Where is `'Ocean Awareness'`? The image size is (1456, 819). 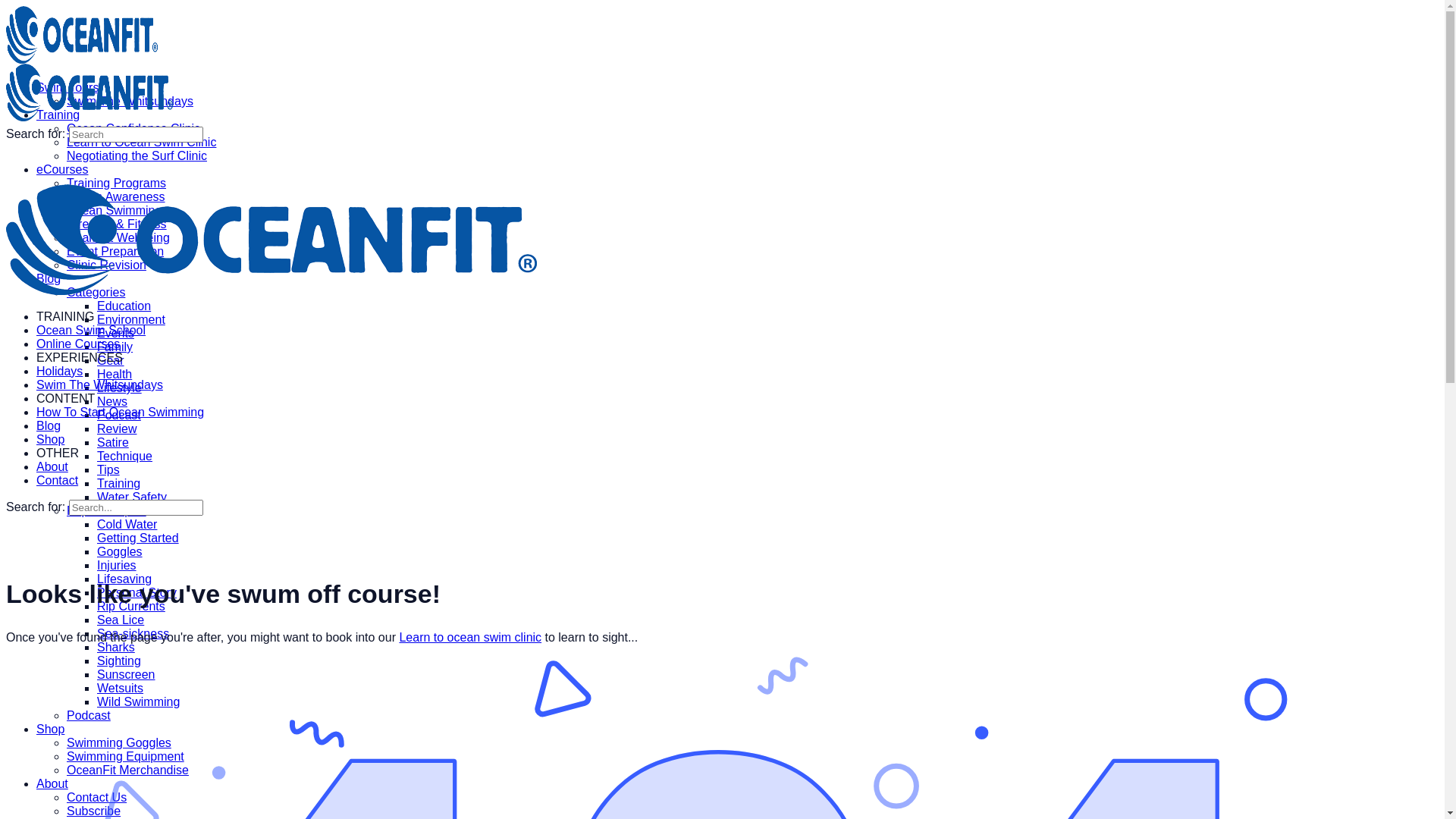 'Ocean Awareness' is located at coordinates (115, 196).